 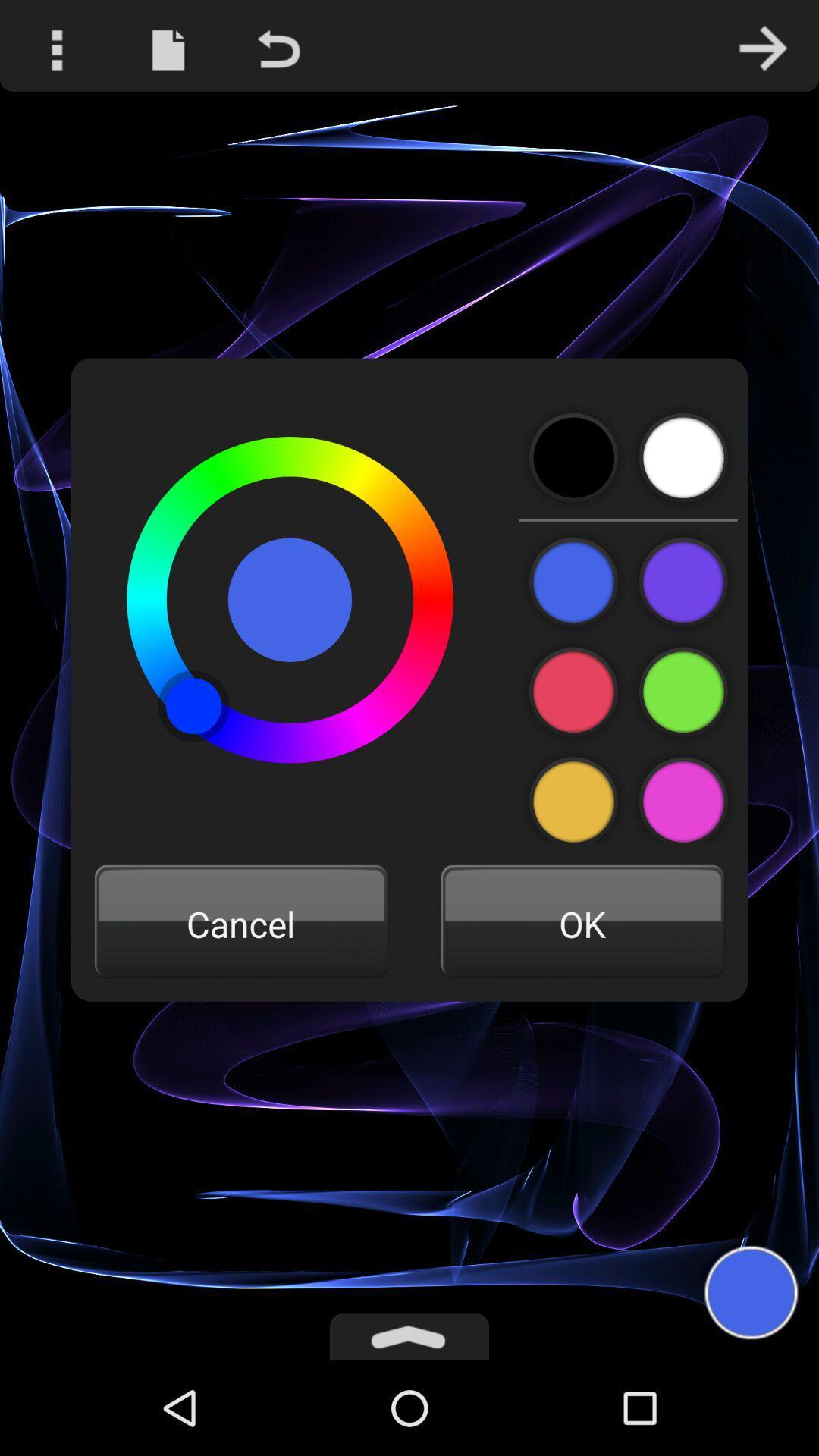 What do you see at coordinates (574, 457) in the screenshot?
I see `back` at bounding box center [574, 457].